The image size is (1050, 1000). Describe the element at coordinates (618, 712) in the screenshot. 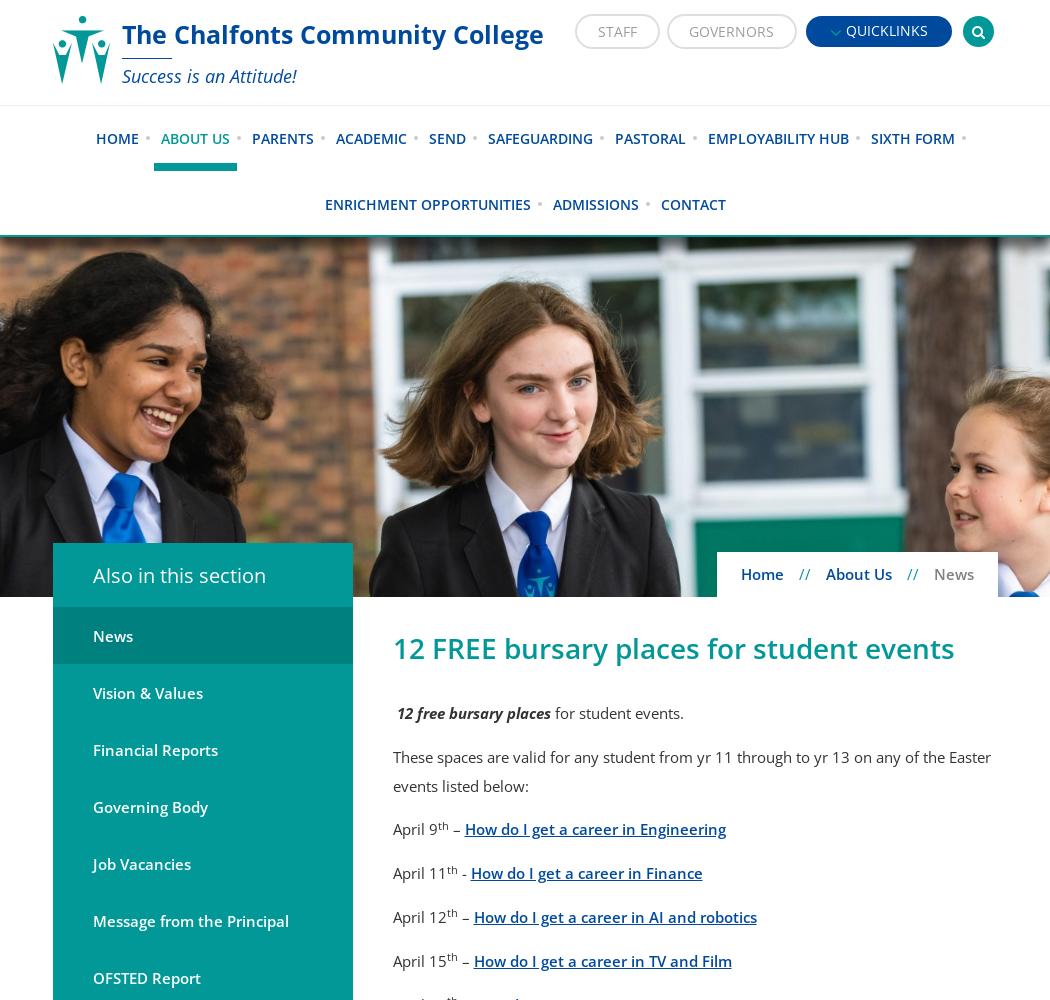

I see `'for student events.'` at that location.